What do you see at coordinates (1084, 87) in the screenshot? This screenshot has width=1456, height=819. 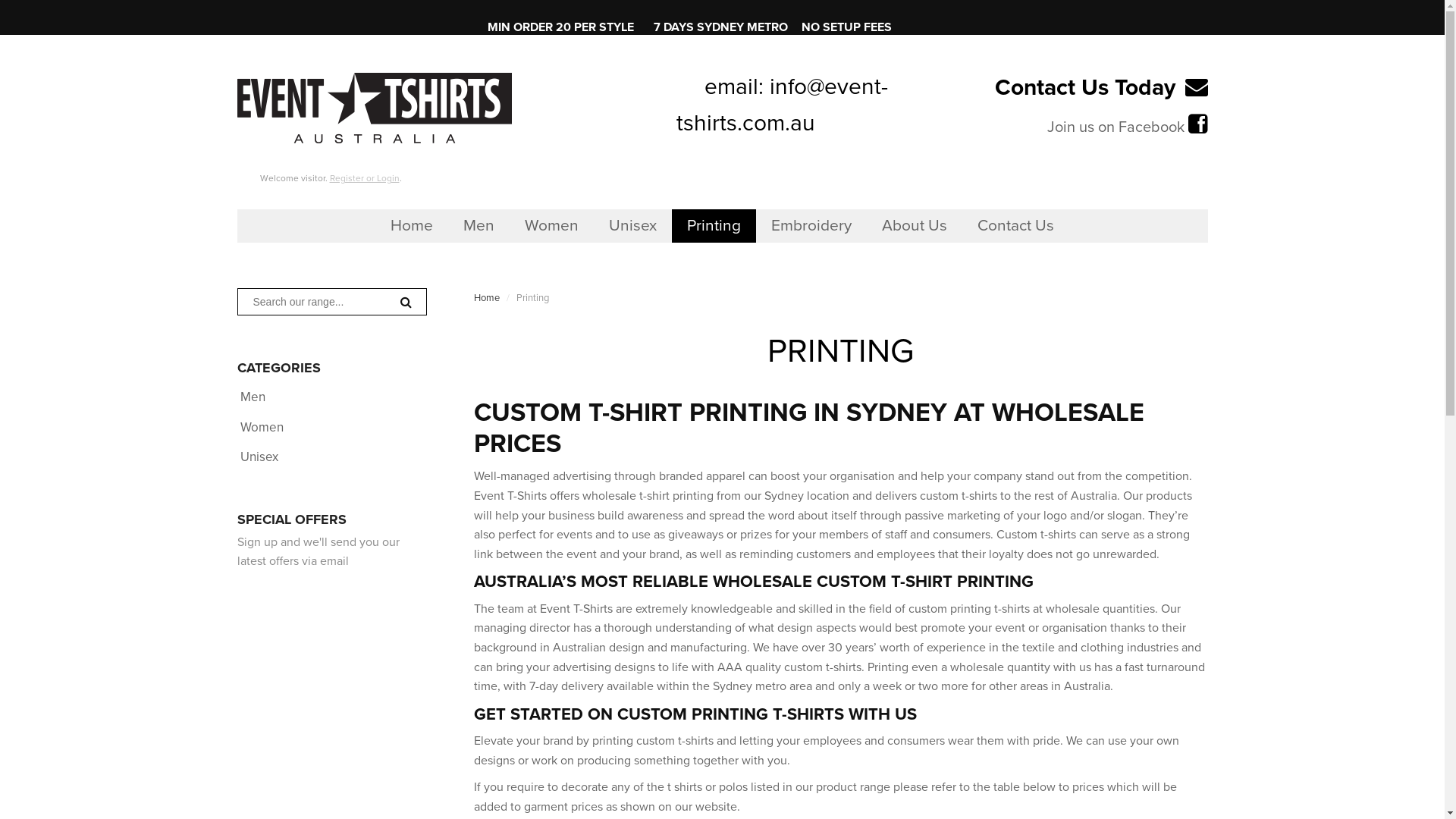 I see `'Contact Us Today'` at bounding box center [1084, 87].